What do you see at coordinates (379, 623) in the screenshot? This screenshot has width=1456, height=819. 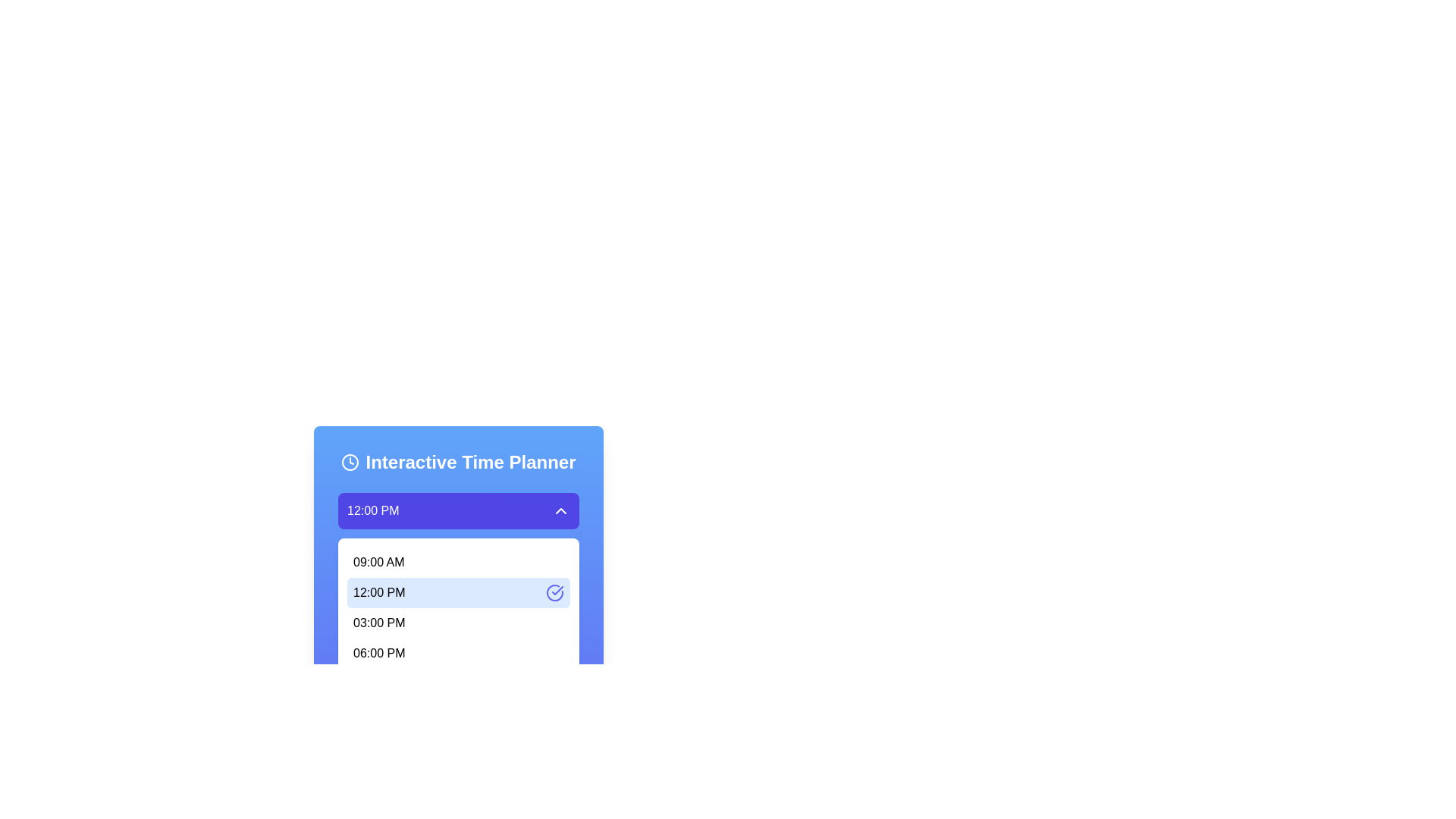 I see `the third listed time slot, which is a selectable time option in the dropdown menu of the time scheduling interface, located between '12:00 PM' and '06:00 PM'` at bounding box center [379, 623].